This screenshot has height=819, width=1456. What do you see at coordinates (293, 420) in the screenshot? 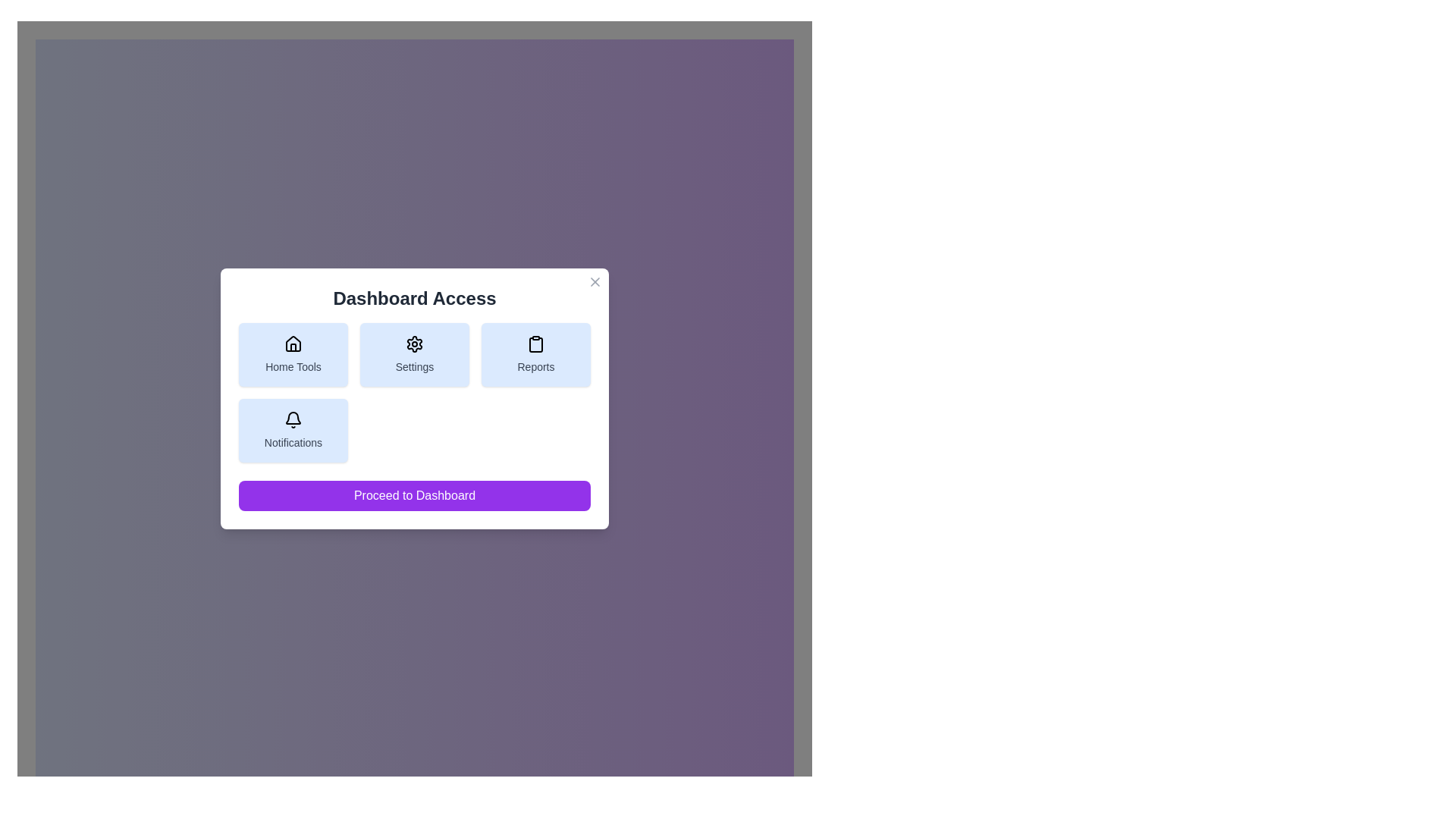
I see `the bell-shaped notification icon located in the 'Notifications' section at the bottom left of the dashboard interface` at bounding box center [293, 420].